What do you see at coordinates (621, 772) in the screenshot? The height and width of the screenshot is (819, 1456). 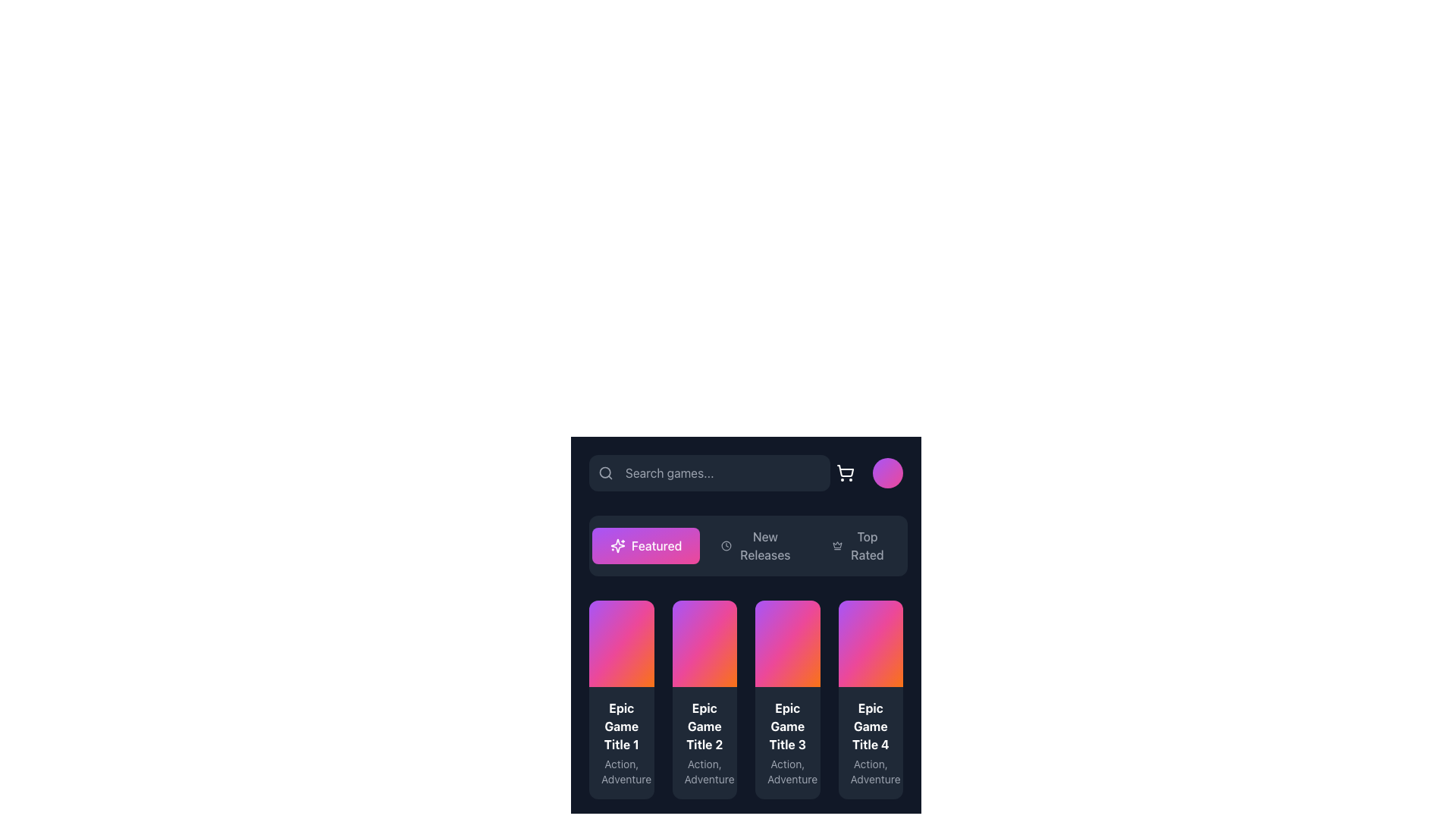 I see `text label that describes the genre or category of the associated game, which is located directly below the title 'Epic Game Title 1' in the first card of the horizontally-aligned set of game information cards` at bounding box center [621, 772].